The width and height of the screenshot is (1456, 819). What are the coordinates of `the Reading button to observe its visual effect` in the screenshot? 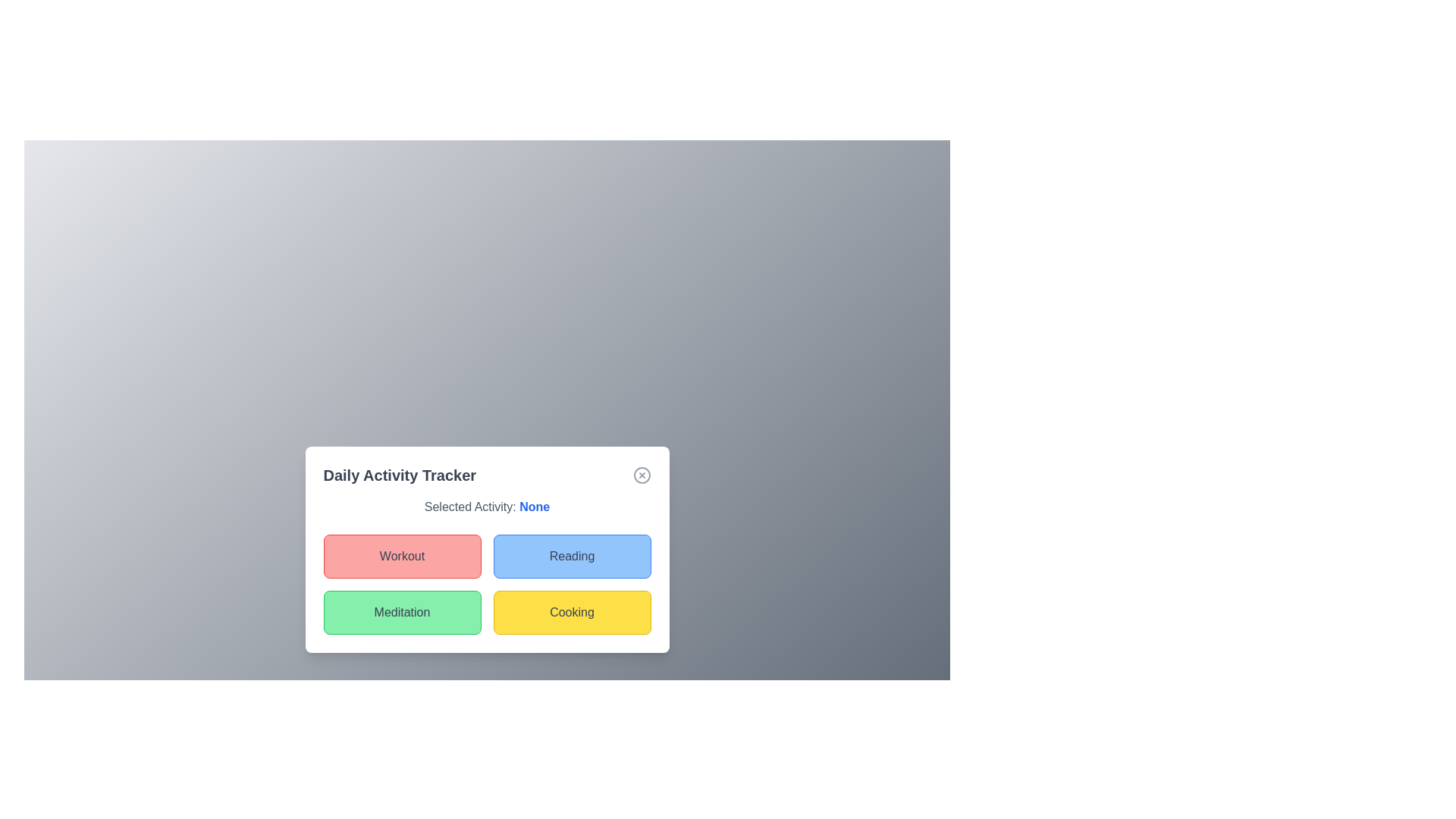 It's located at (571, 556).